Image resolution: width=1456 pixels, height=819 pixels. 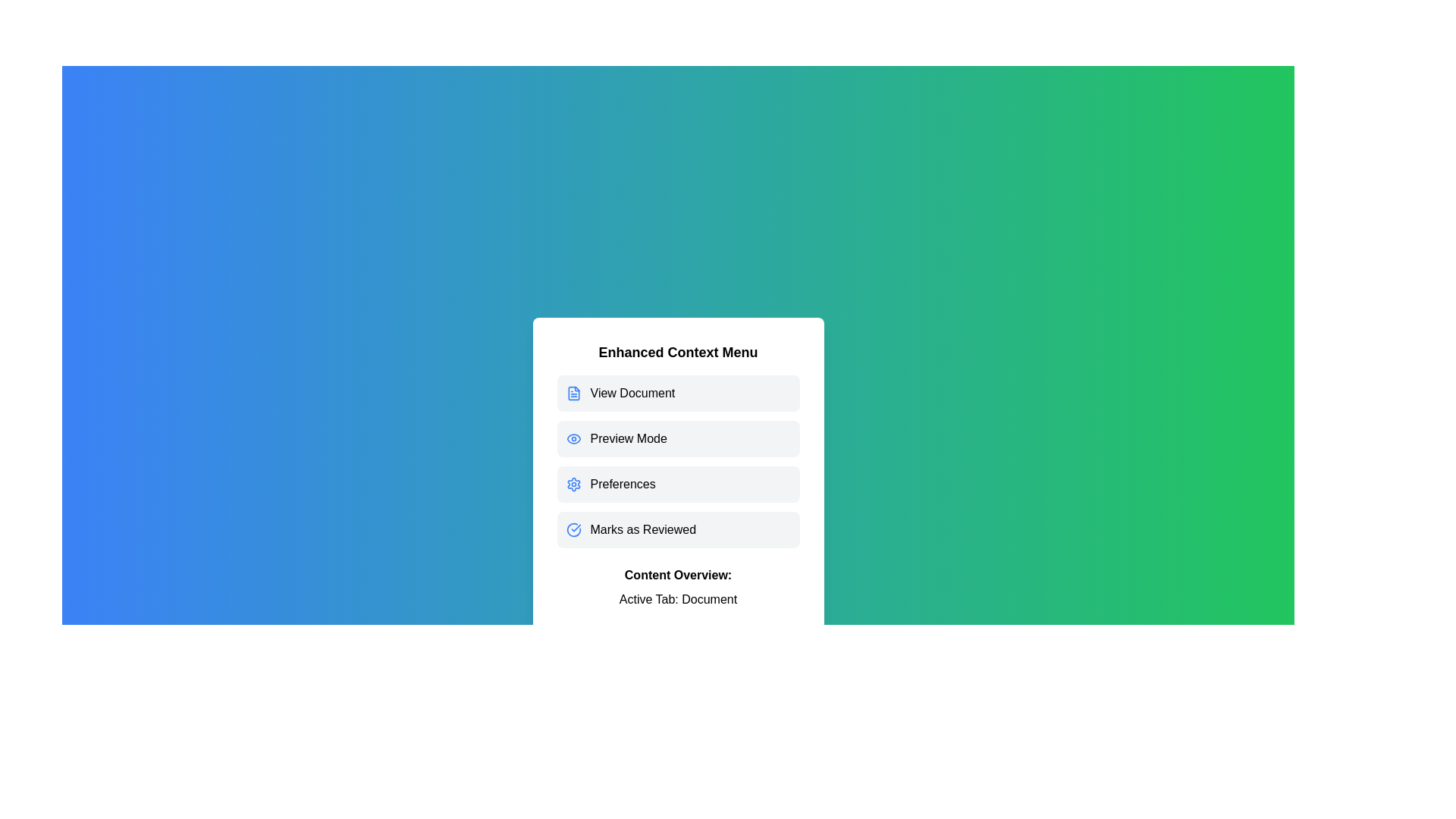 What do you see at coordinates (677, 393) in the screenshot?
I see `the menu option View Document to inspect its associated icon` at bounding box center [677, 393].